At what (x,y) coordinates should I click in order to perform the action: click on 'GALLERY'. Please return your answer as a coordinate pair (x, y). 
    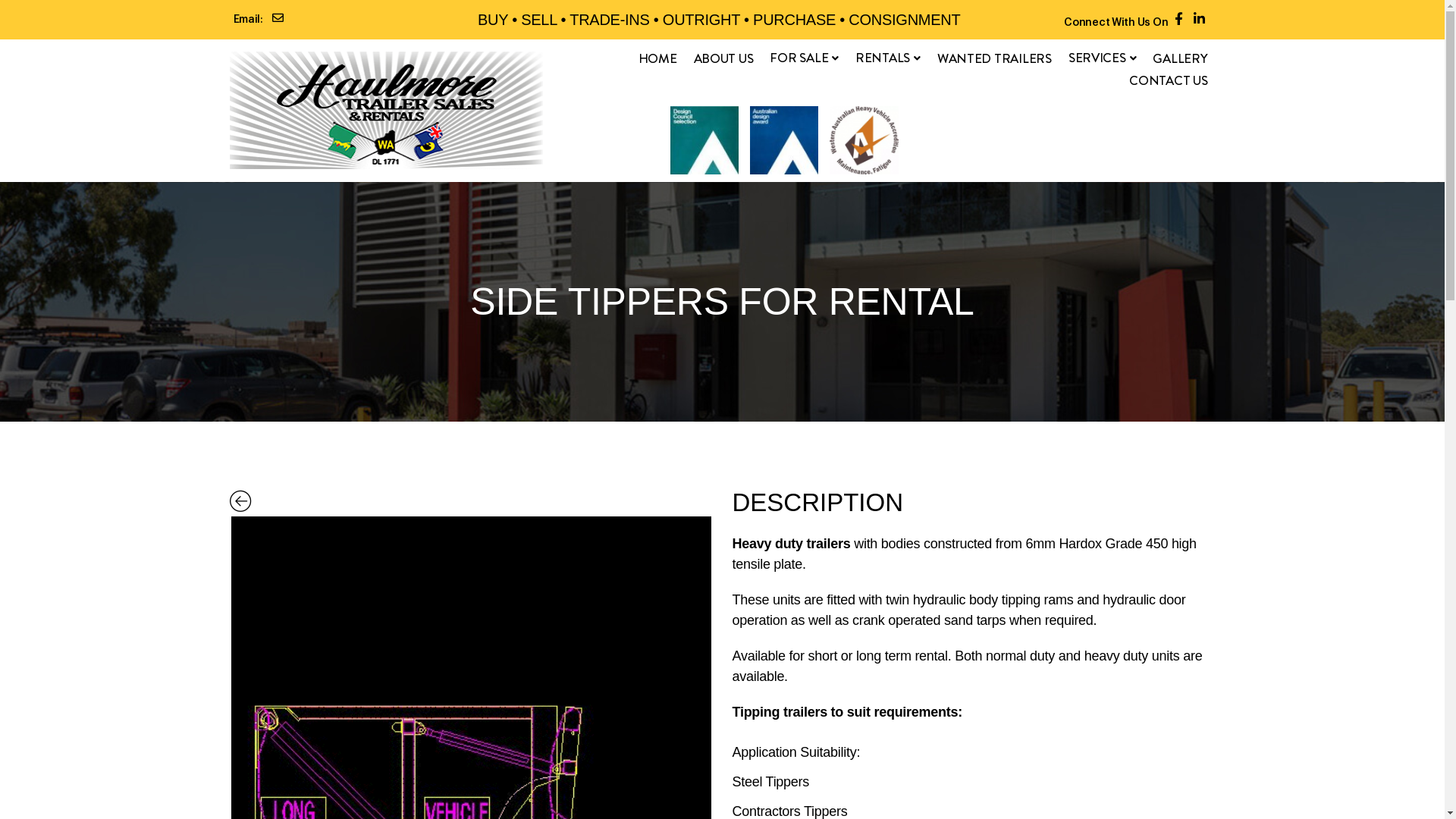
    Looking at the image, I should click on (1153, 58).